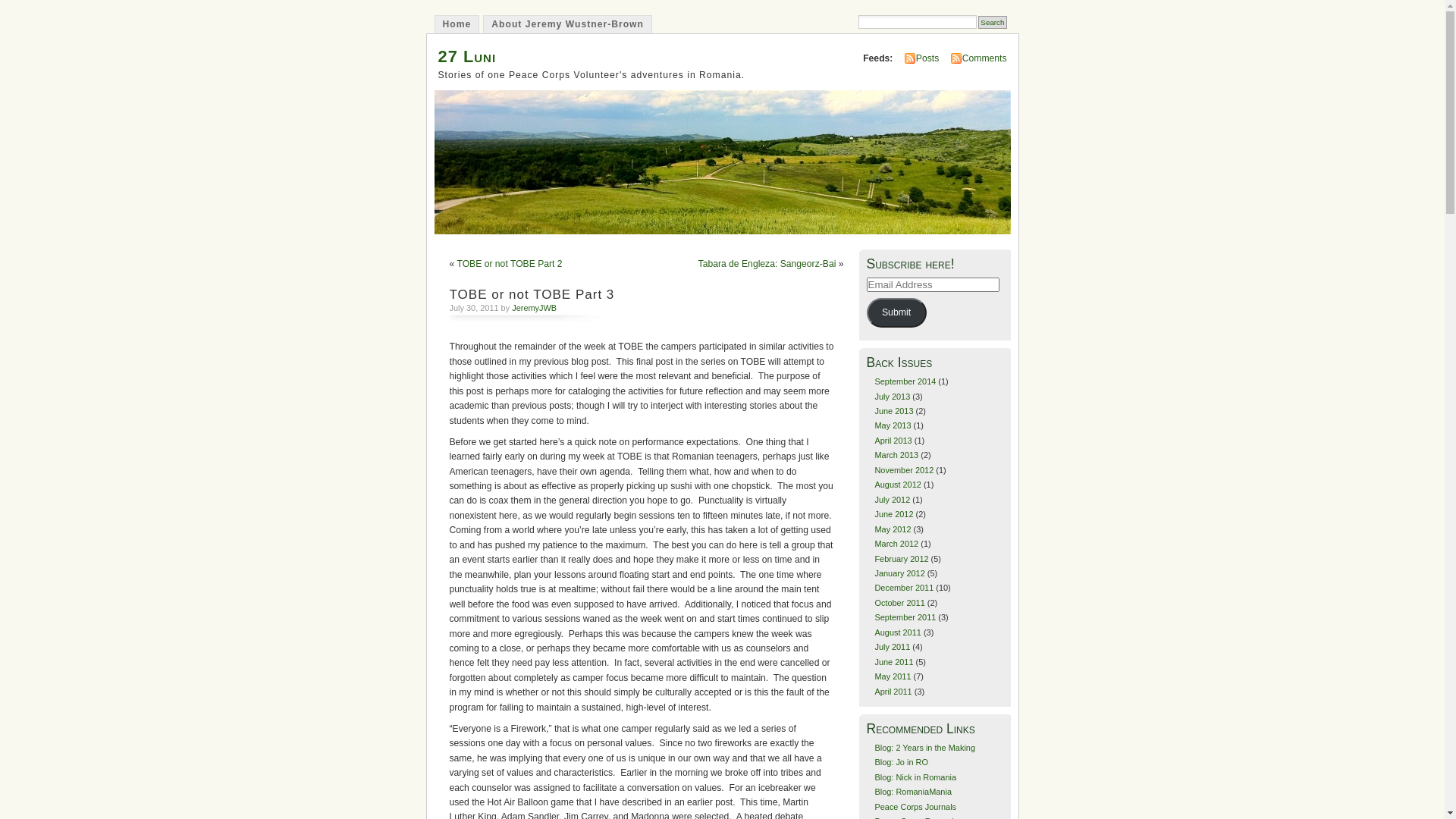 Image resolution: width=1456 pixels, height=819 pixels. What do you see at coordinates (992, 22) in the screenshot?
I see `'Search'` at bounding box center [992, 22].